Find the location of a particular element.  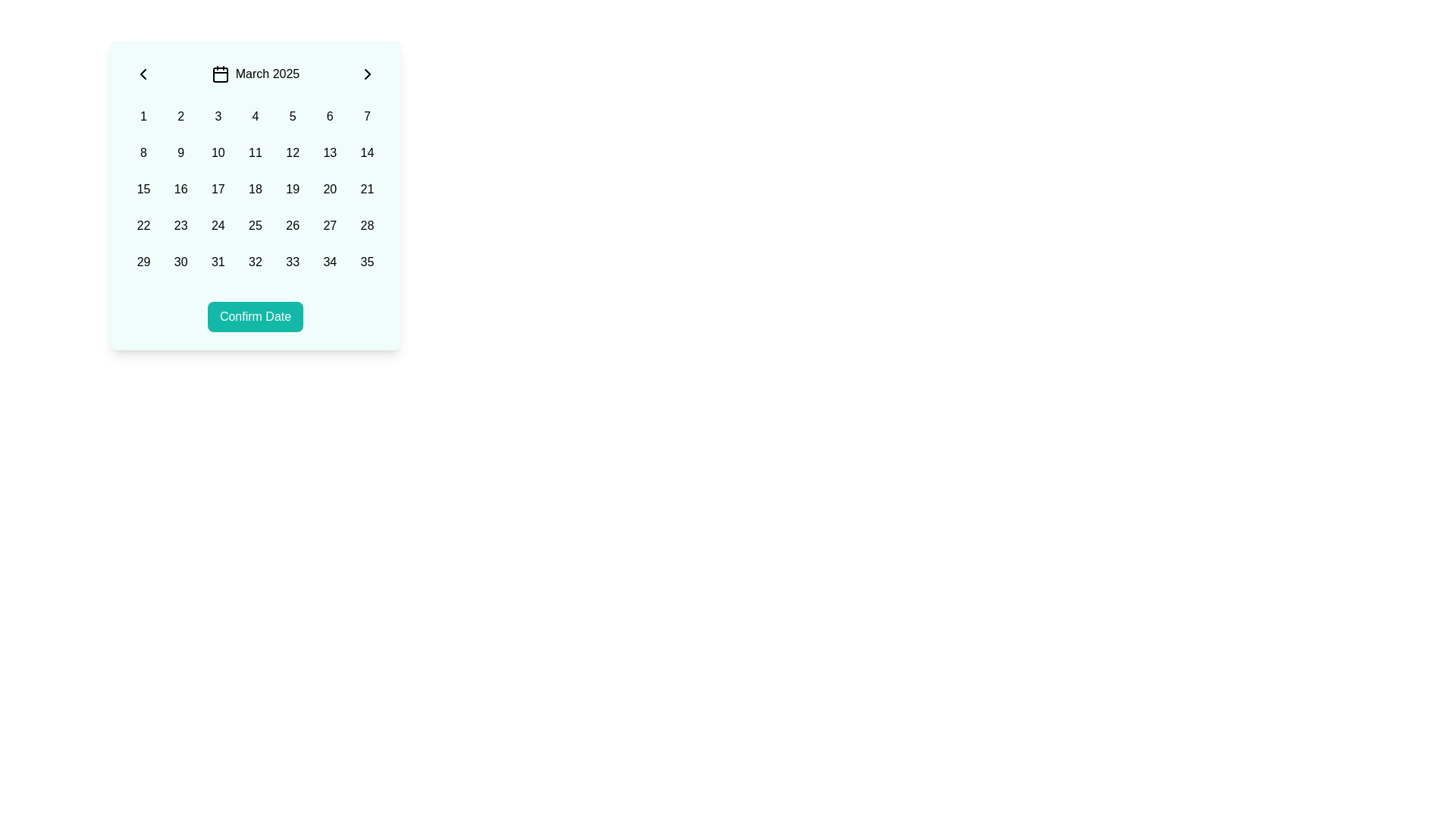

the rounded rectangular button displaying the number '1' in bold black font, which is the first button in the top row of a calendar or date picker interface is located at coordinates (143, 116).